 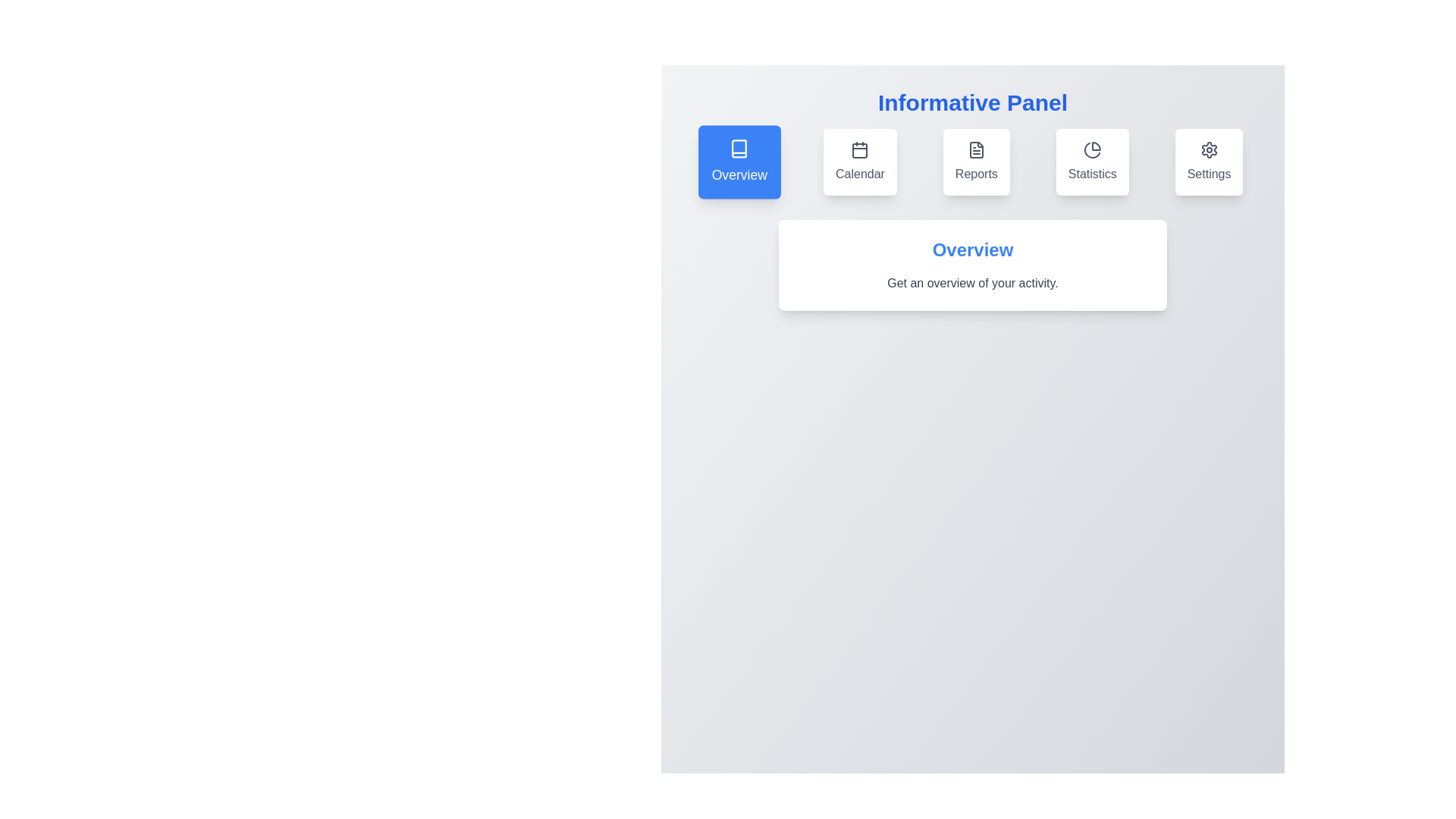 What do you see at coordinates (739, 149) in the screenshot?
I see `the compact book icon with white outlines on a blue background located in the sidebar menu next to the 'Overview' label` at bounding box center [739, 149].